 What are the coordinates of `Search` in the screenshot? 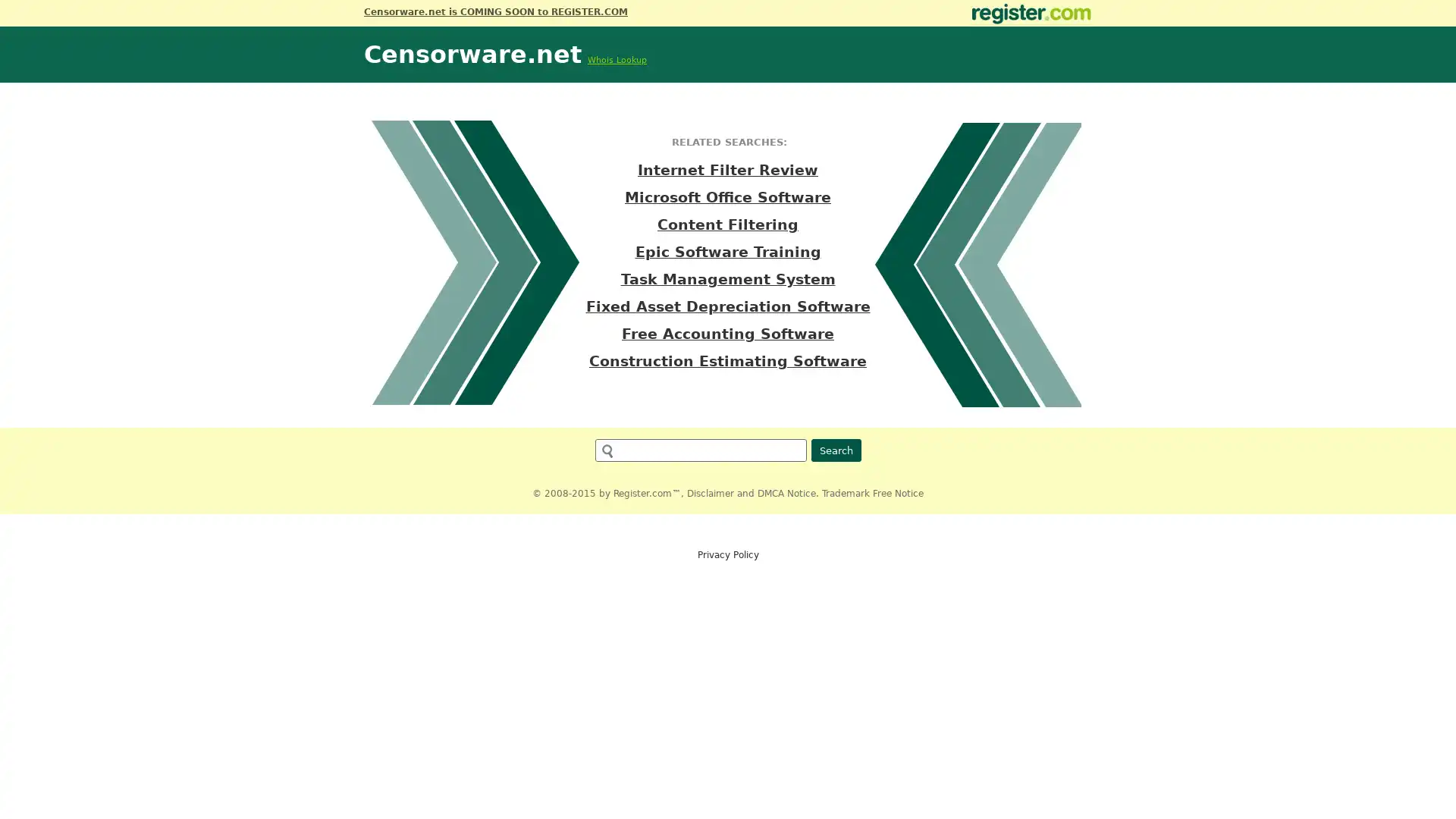 It's located at (835, 450).